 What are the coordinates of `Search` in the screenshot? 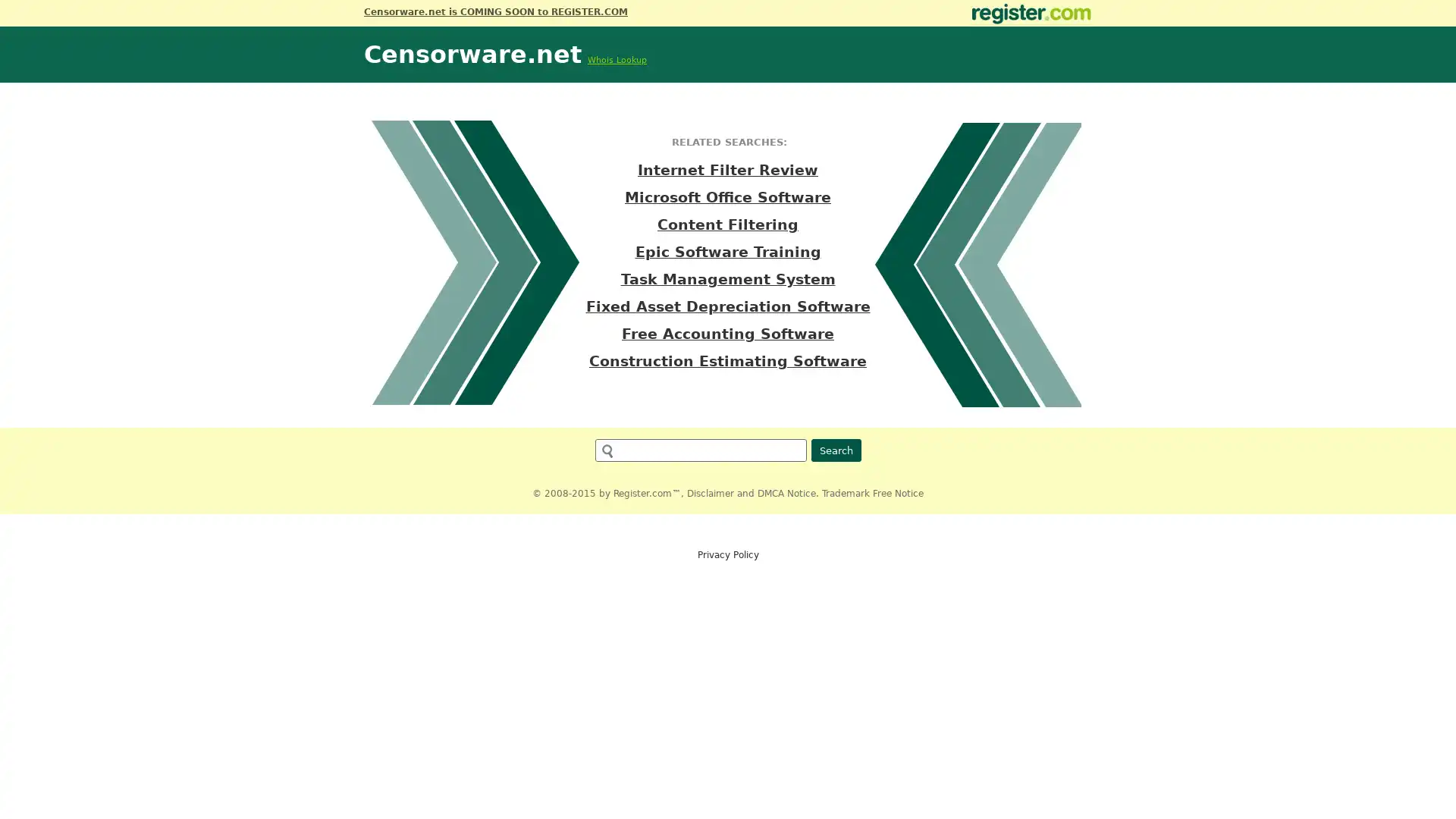 It's located at (835, 450).